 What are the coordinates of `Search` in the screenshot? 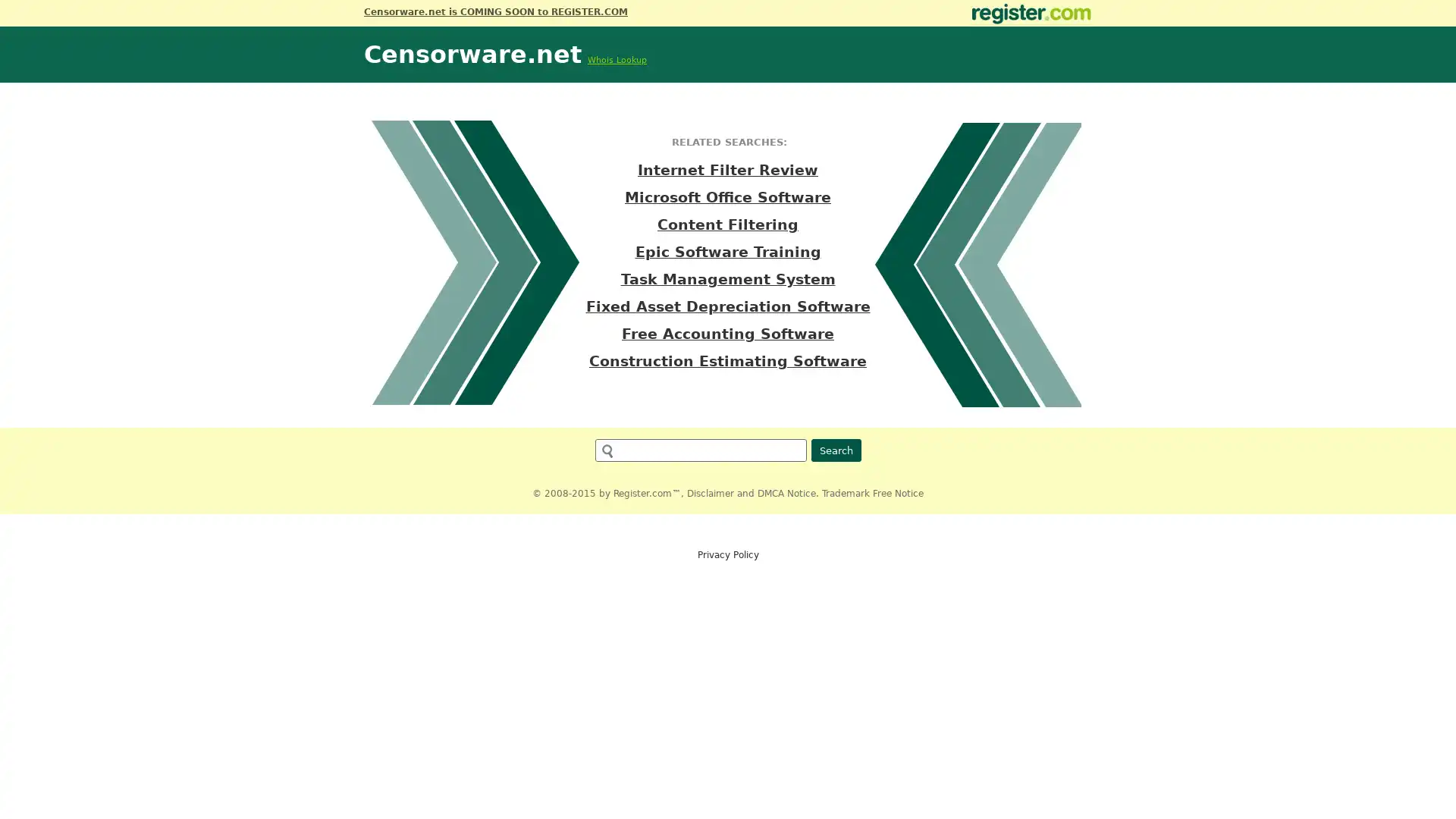 It's located at (835, 450).